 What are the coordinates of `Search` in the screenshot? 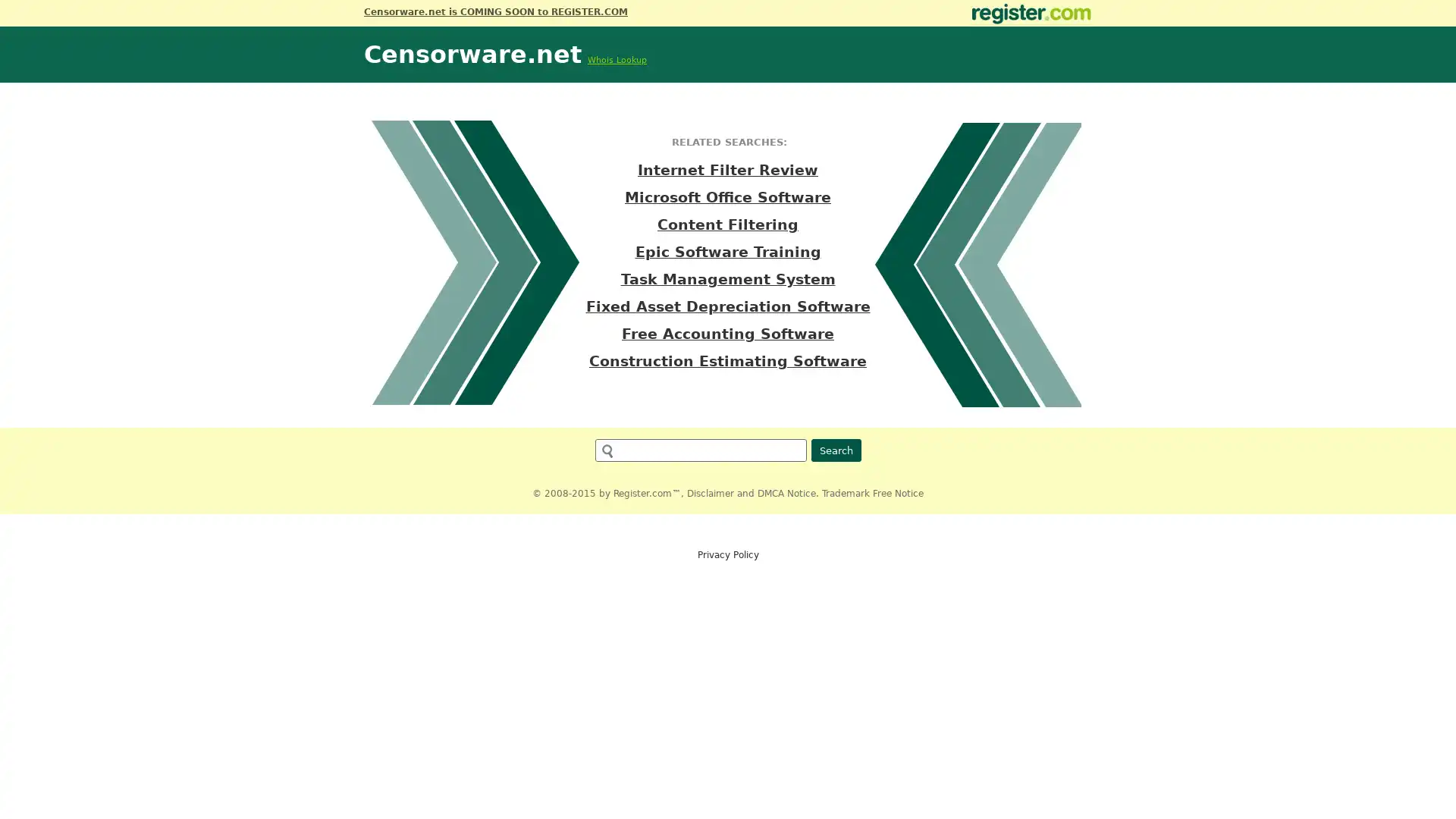 It's located at (835, 450).